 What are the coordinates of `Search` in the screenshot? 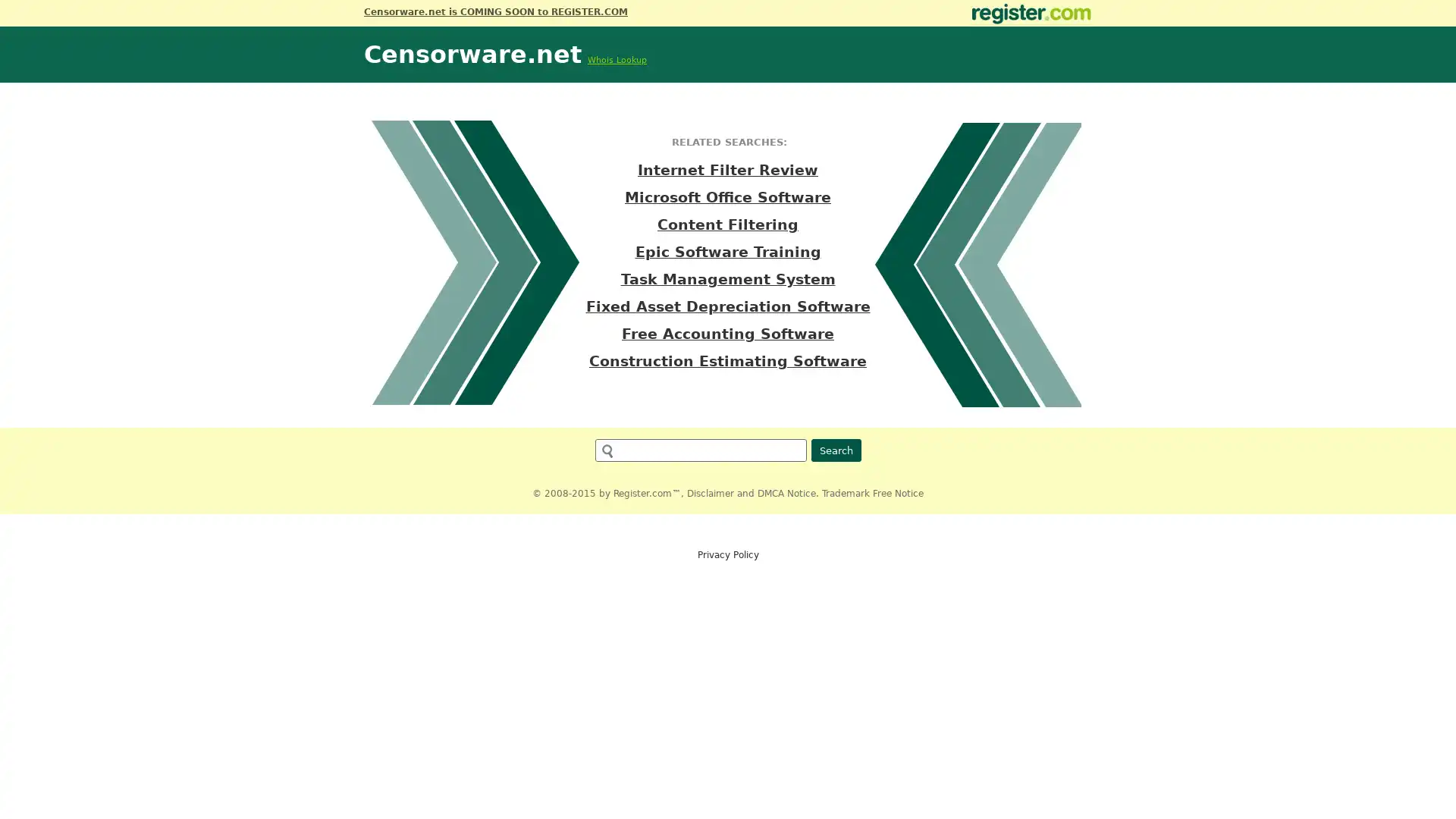 It's located at (835, 450).